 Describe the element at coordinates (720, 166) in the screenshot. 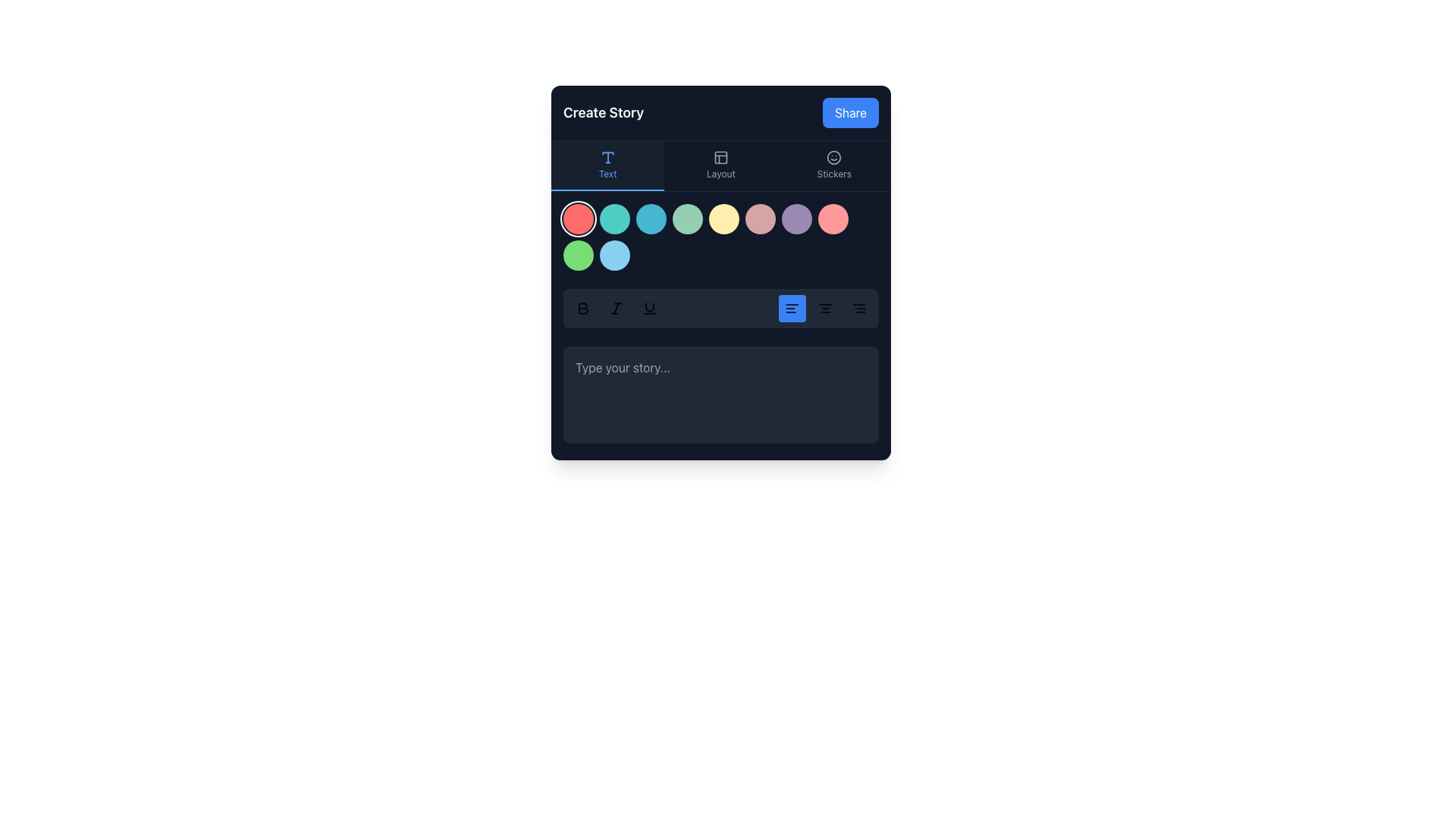

I see `the 'Layout' button, which features a layout grid icon and is the second button in a horizontal arrangement of 'Text', 'Layout', and 'Stickers'` at that location.